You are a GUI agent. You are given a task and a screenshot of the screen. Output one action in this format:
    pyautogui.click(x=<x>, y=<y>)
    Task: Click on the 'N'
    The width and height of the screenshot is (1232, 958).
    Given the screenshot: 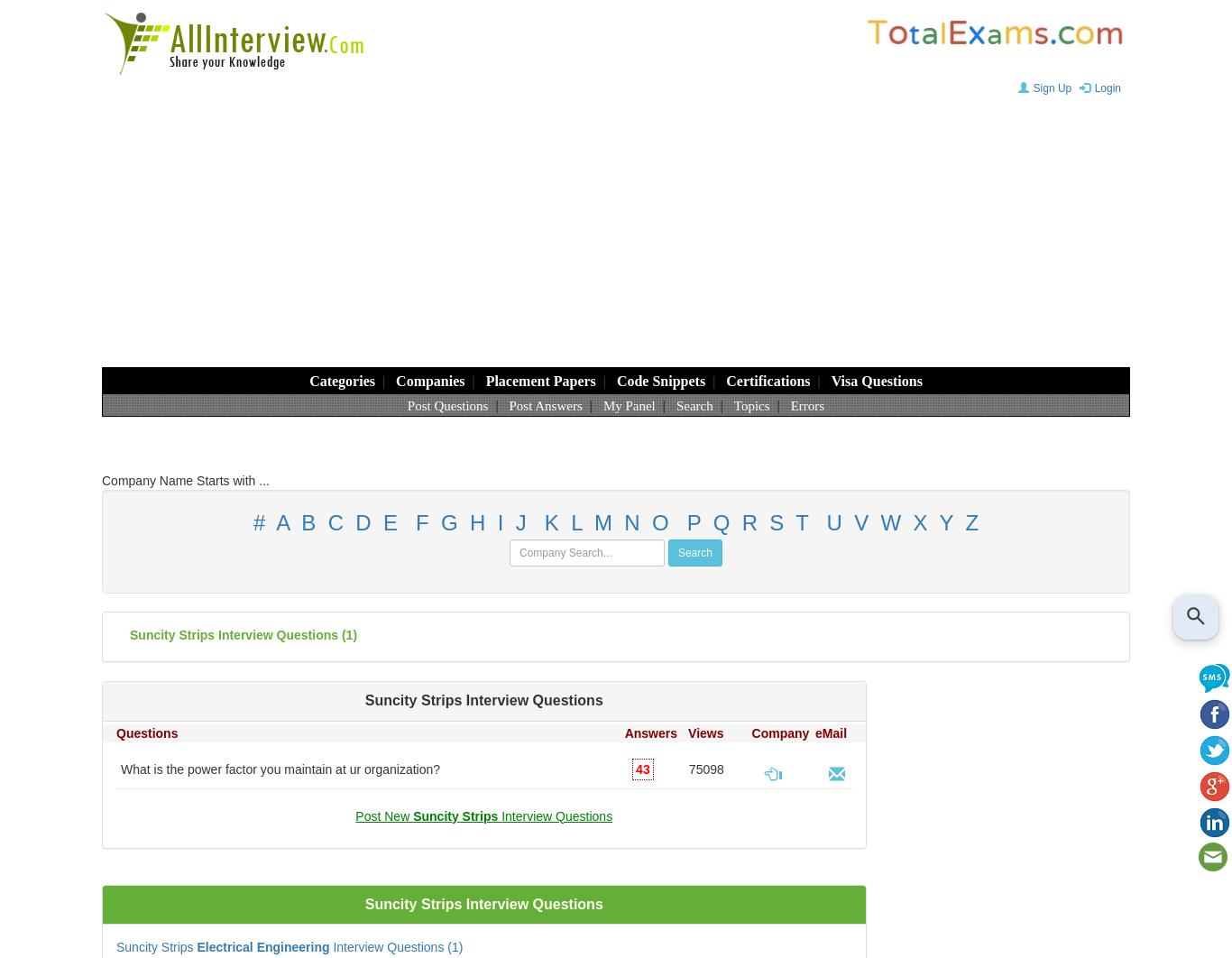 What is the action you would take?
    pyautogui.click(x=624, y=522)
    